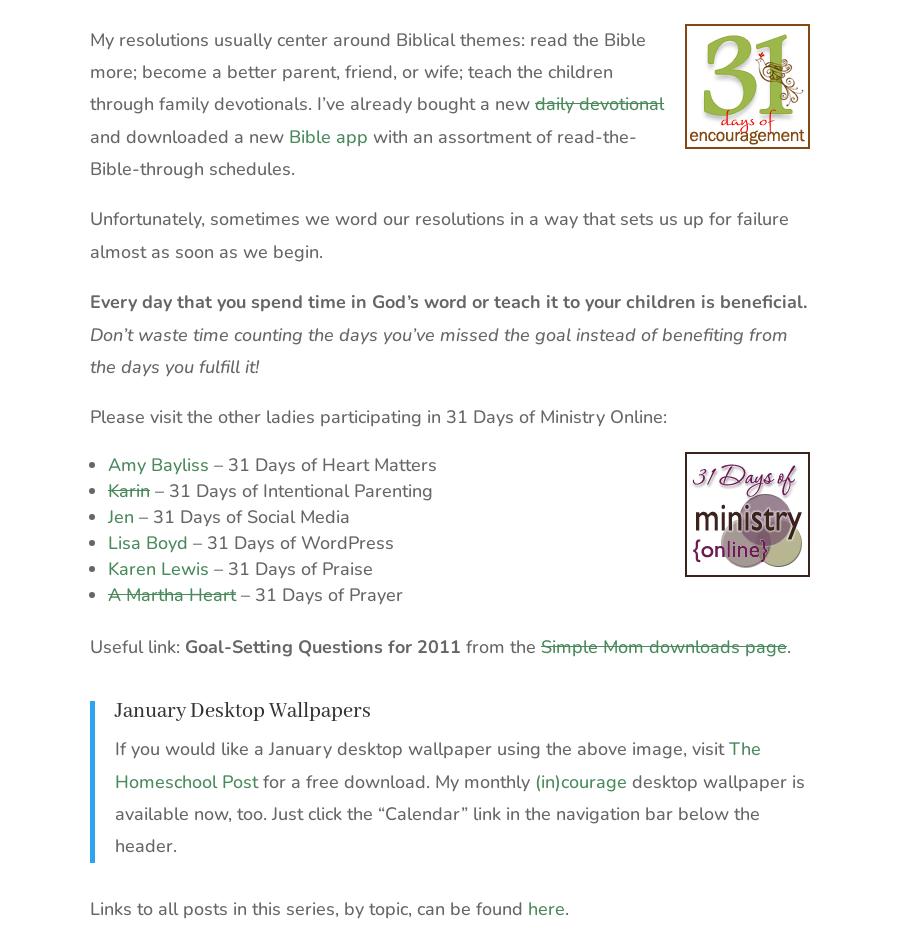 The height and width of the screenshot is (931, 900). Describe the element at coordinates (322, 646) in the screenshot. I see `'Goal-Setting Questions for 2011'` at that location.